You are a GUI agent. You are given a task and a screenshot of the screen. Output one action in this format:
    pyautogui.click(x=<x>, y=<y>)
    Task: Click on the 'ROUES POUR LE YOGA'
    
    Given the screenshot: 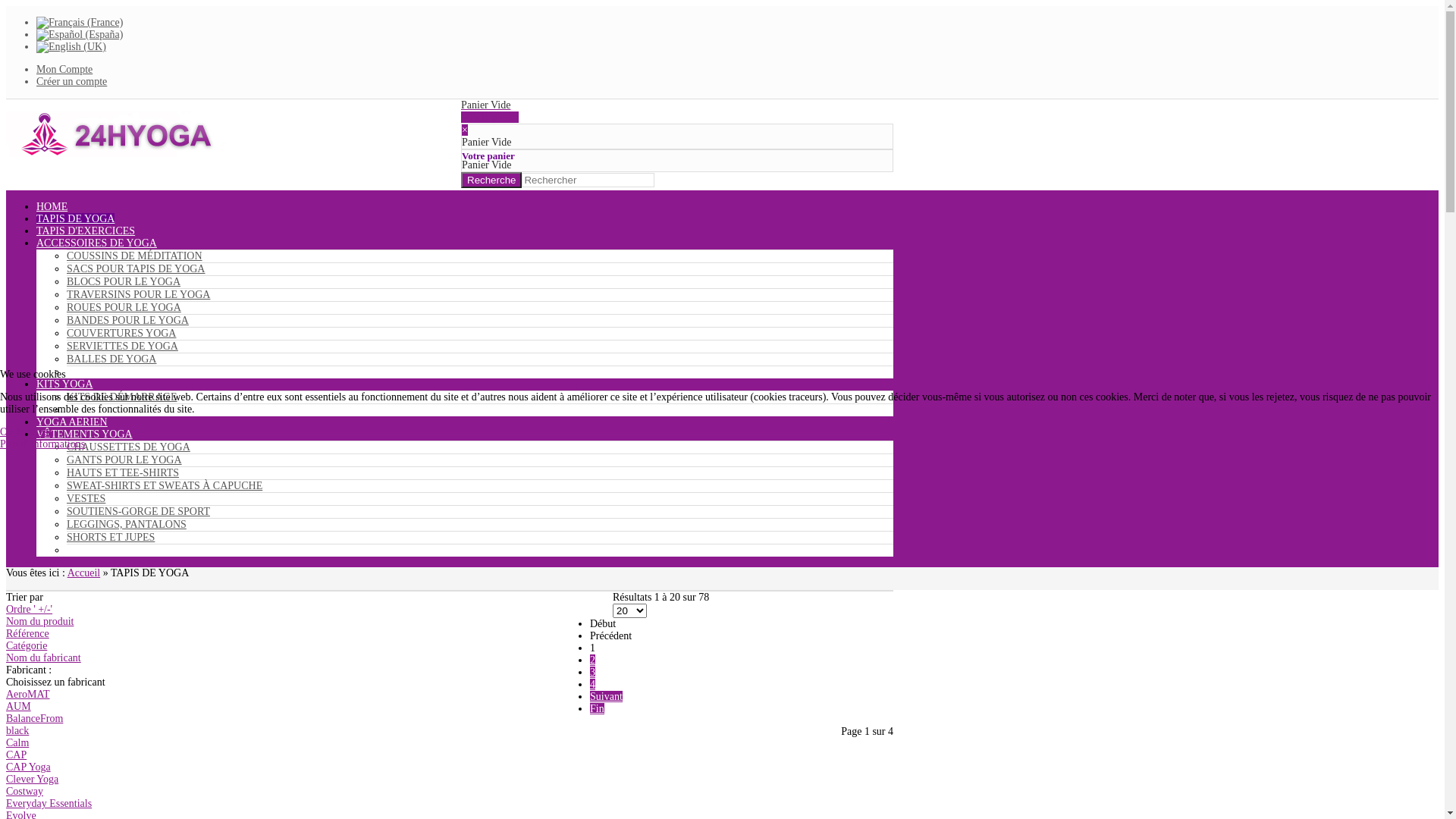 What is the action you would take?
    pyautogui.click(x=65, y=307)
    